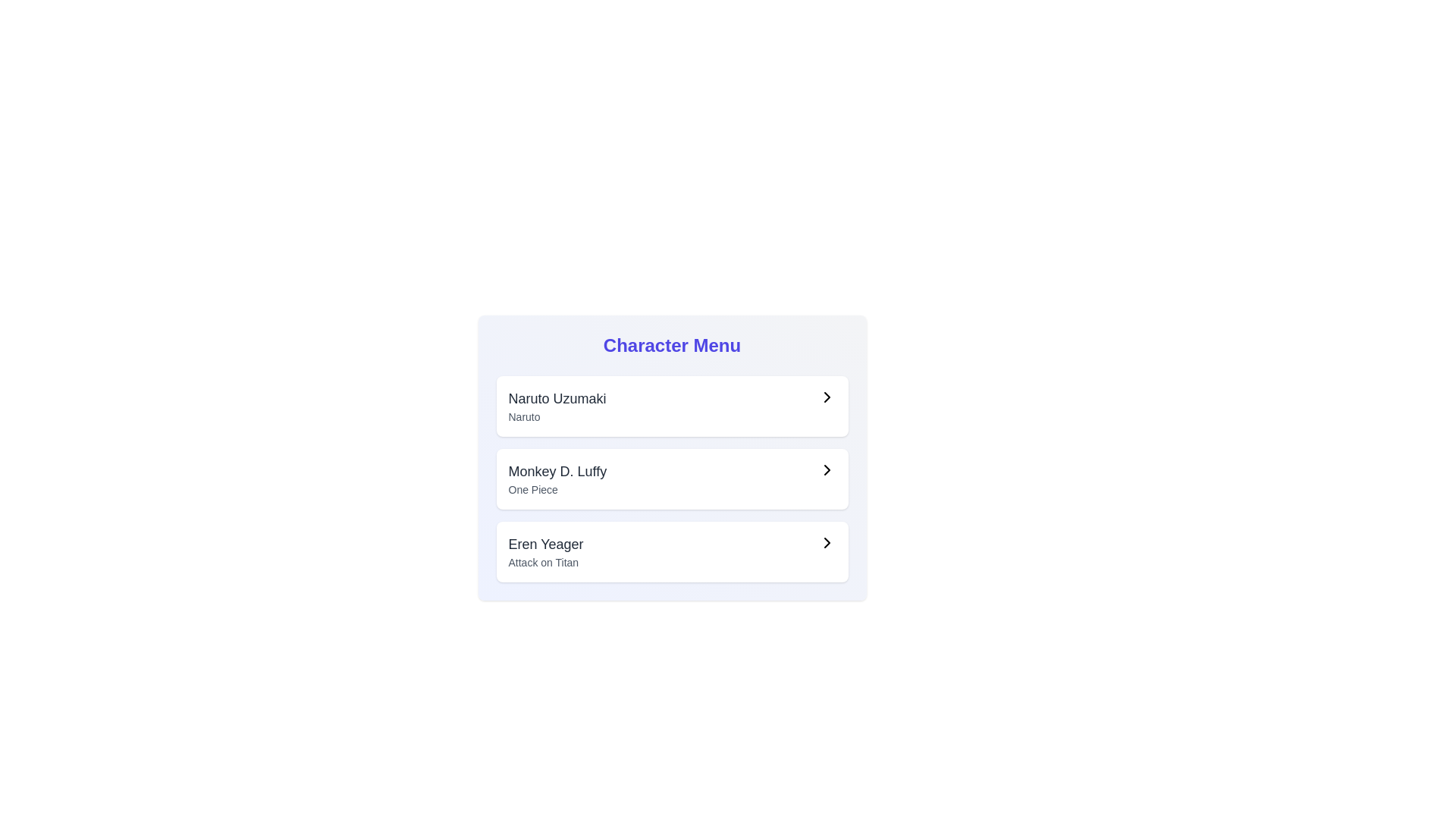 The height and width of the screenshot is (819, 1456). Describe the element at coordinates (546, 562) in the screenshot. I see `the text label that provides information about 'Eren Yeager', positioned directly below the main title` at that location.